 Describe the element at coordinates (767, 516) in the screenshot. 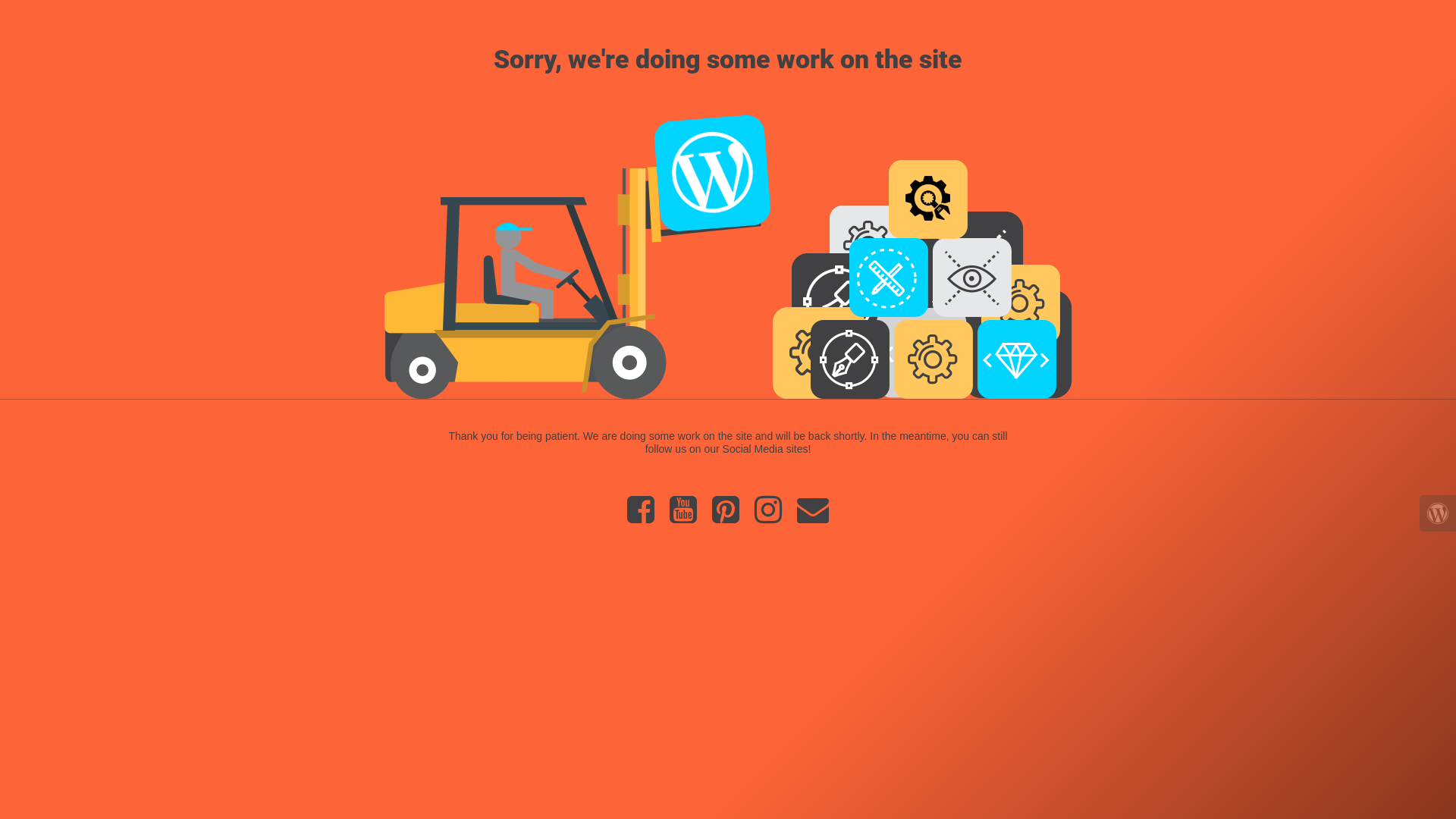

I see `'Instagram'` at that location.